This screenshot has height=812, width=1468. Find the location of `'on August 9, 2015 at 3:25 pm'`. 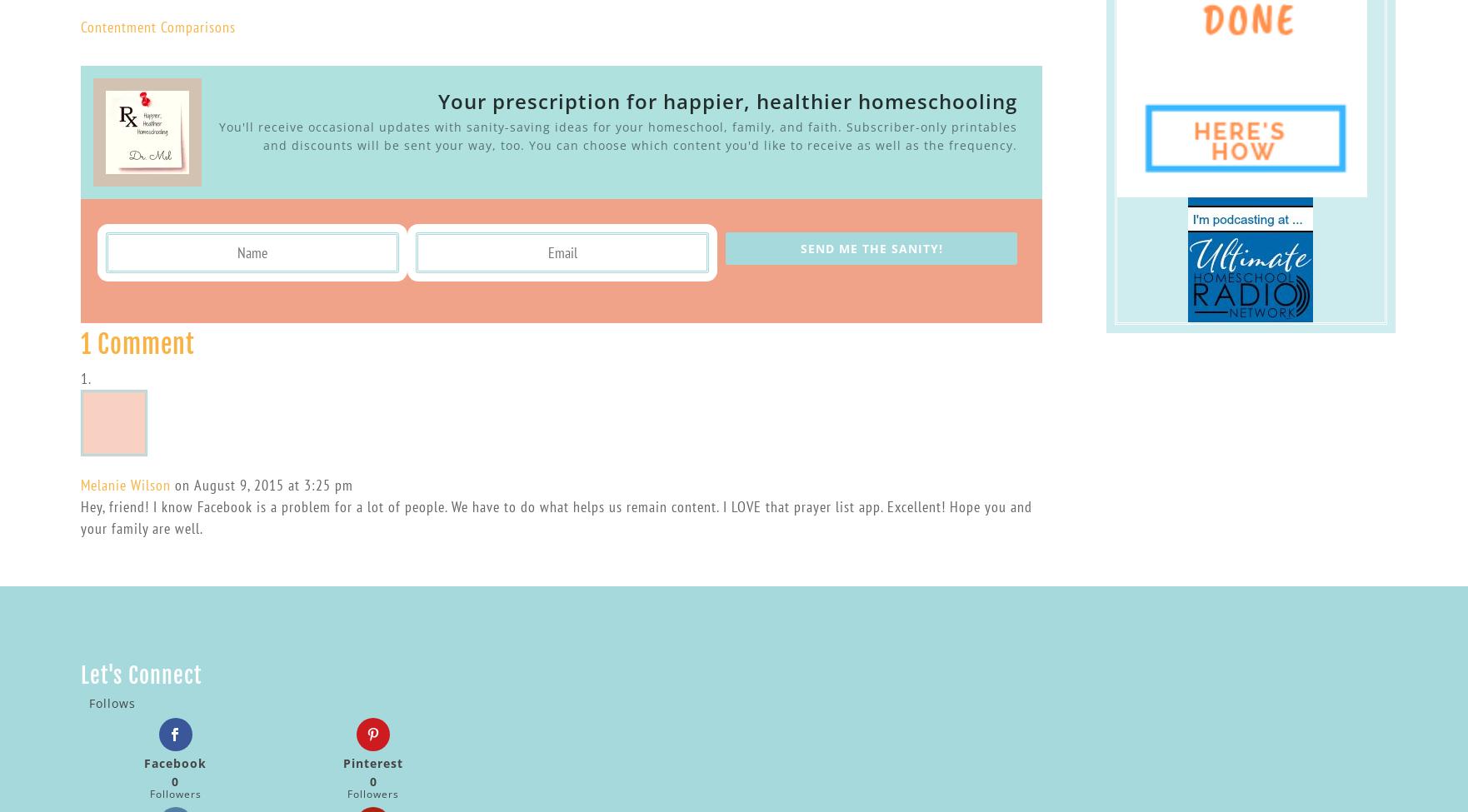

'on August 9, 2015 at 3:25 pm' is located at coordinates (262, 483).